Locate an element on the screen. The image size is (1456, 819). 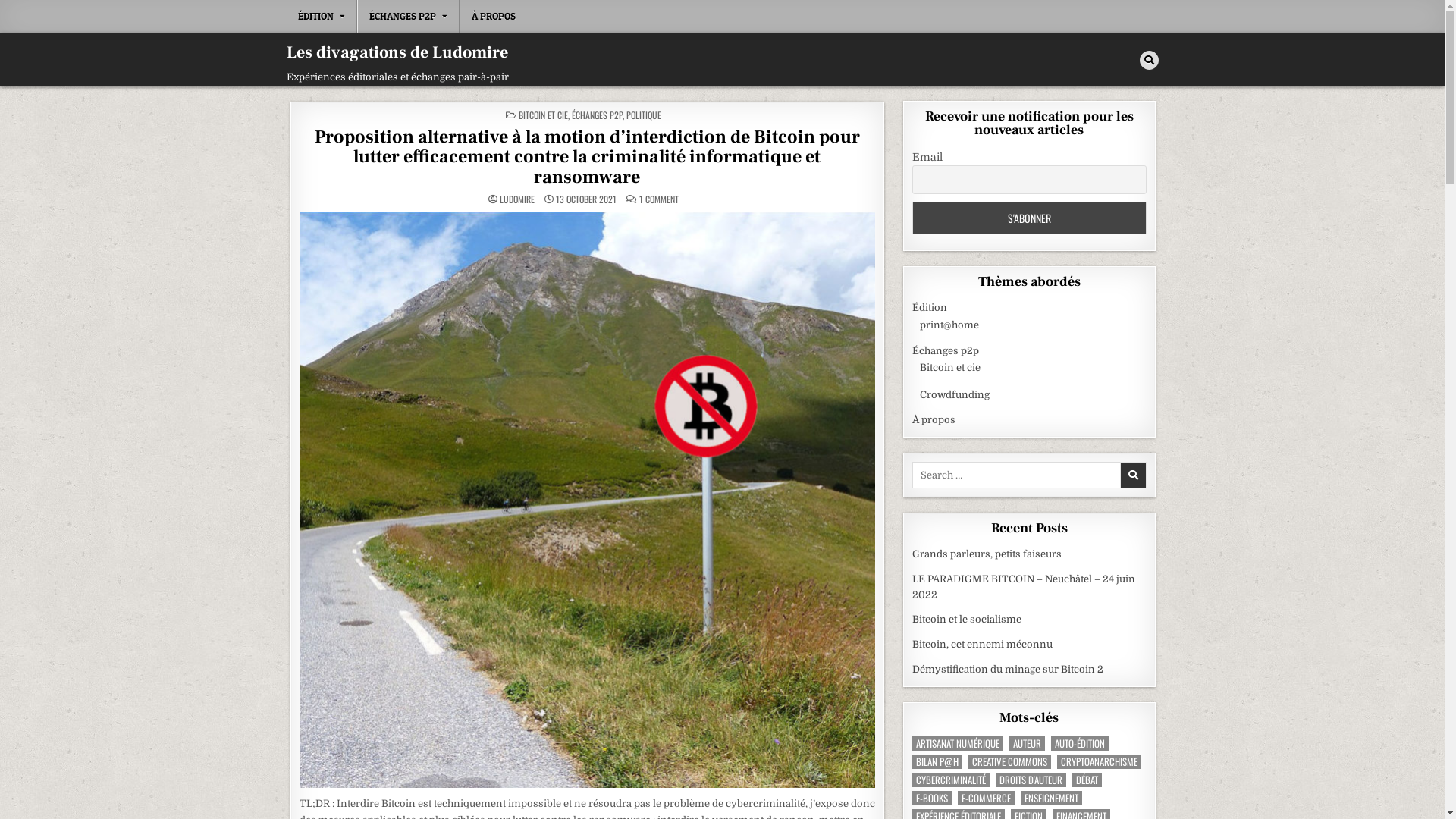
'POLITIQUE' is located at coordinates (644, 114).